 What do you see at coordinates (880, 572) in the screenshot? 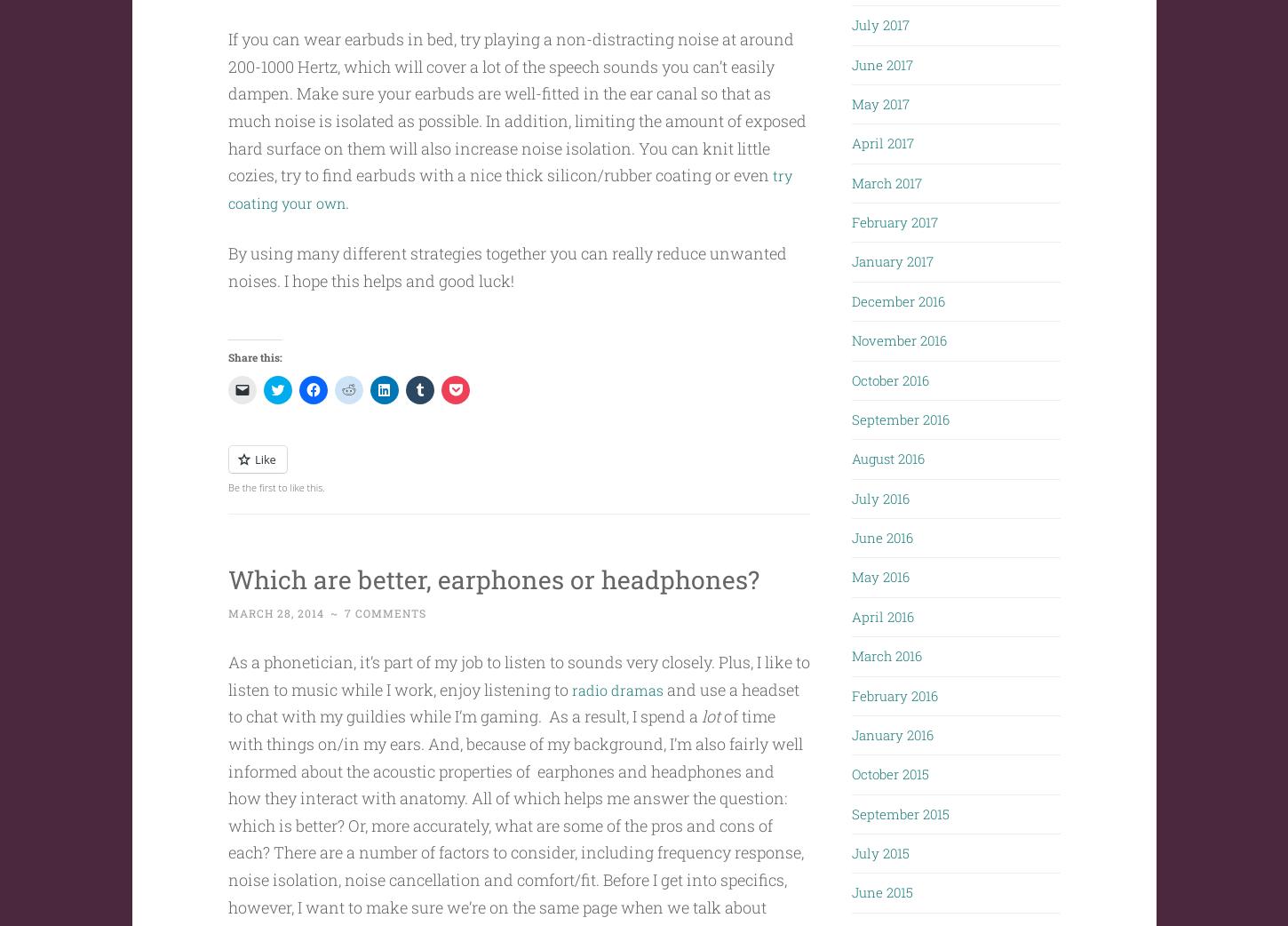
I see `'May 2016'` at bounding box center [880, 572].